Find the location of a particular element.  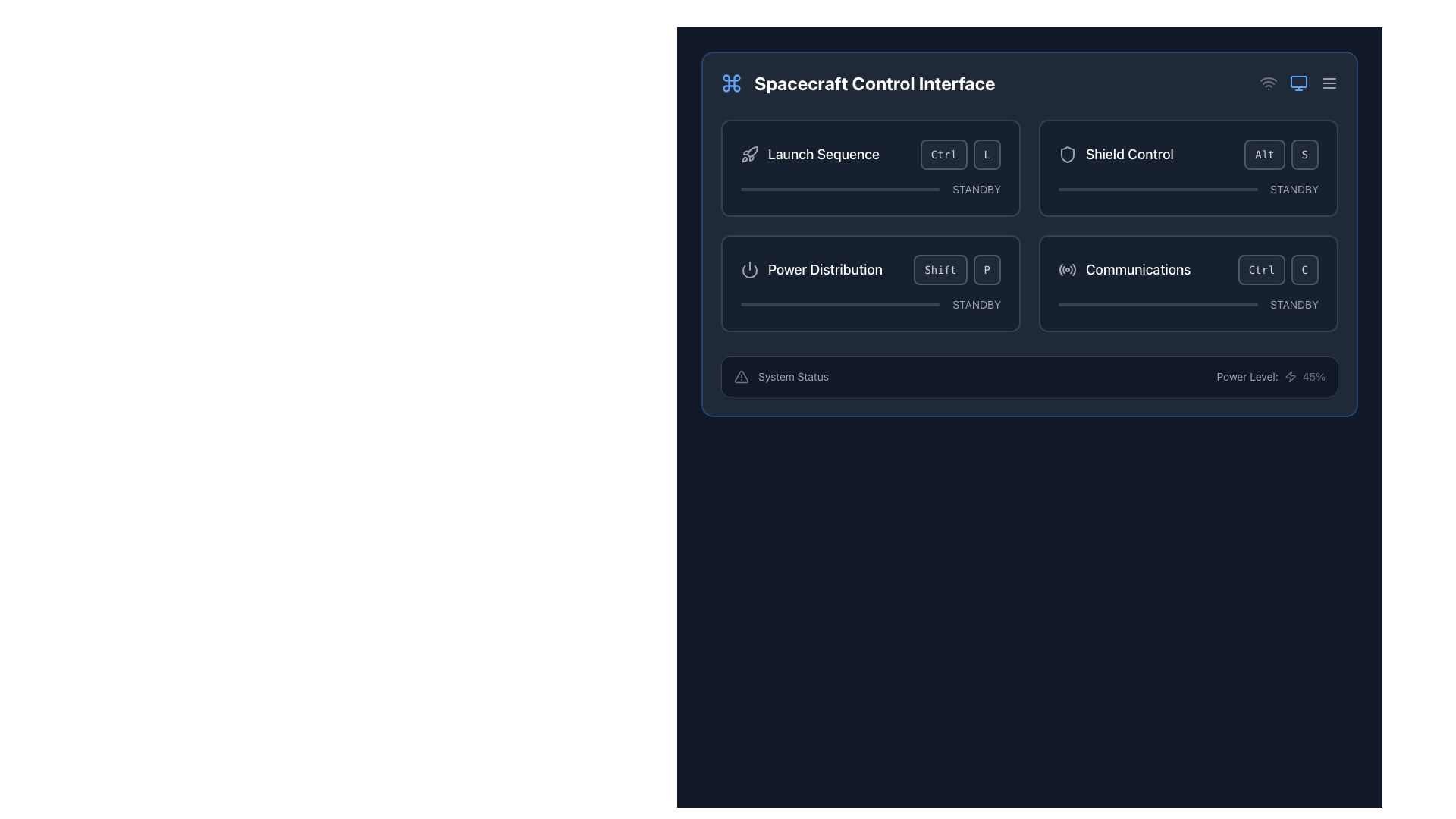

the 'Alt' button in the 'Shield Control' section is located at coordinates (1263, 155).